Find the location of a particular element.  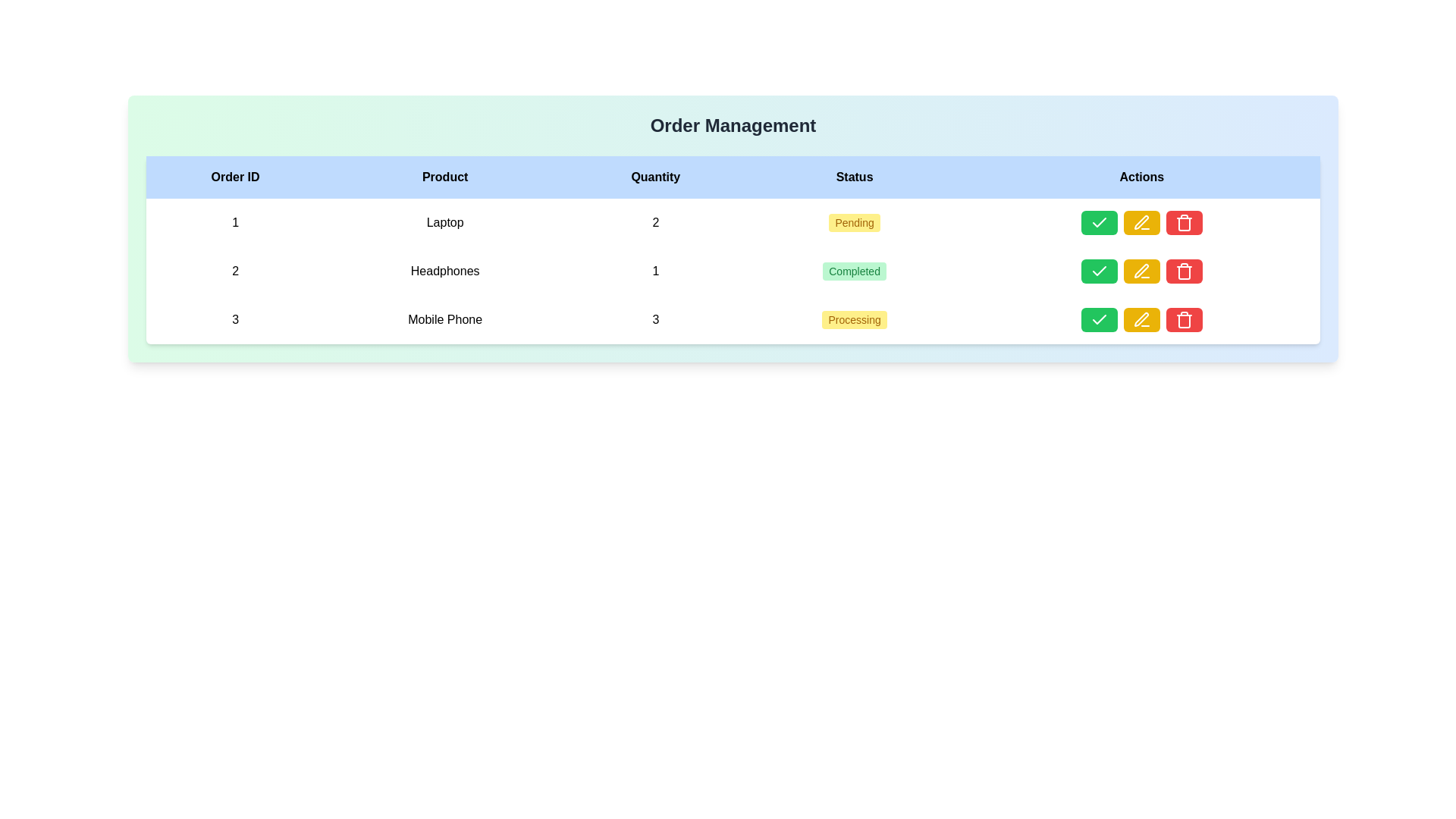

the pen-shaped SVG icon within the 'Actions' column of the table using keyboard navigation is located at coordinates (1141, 318).